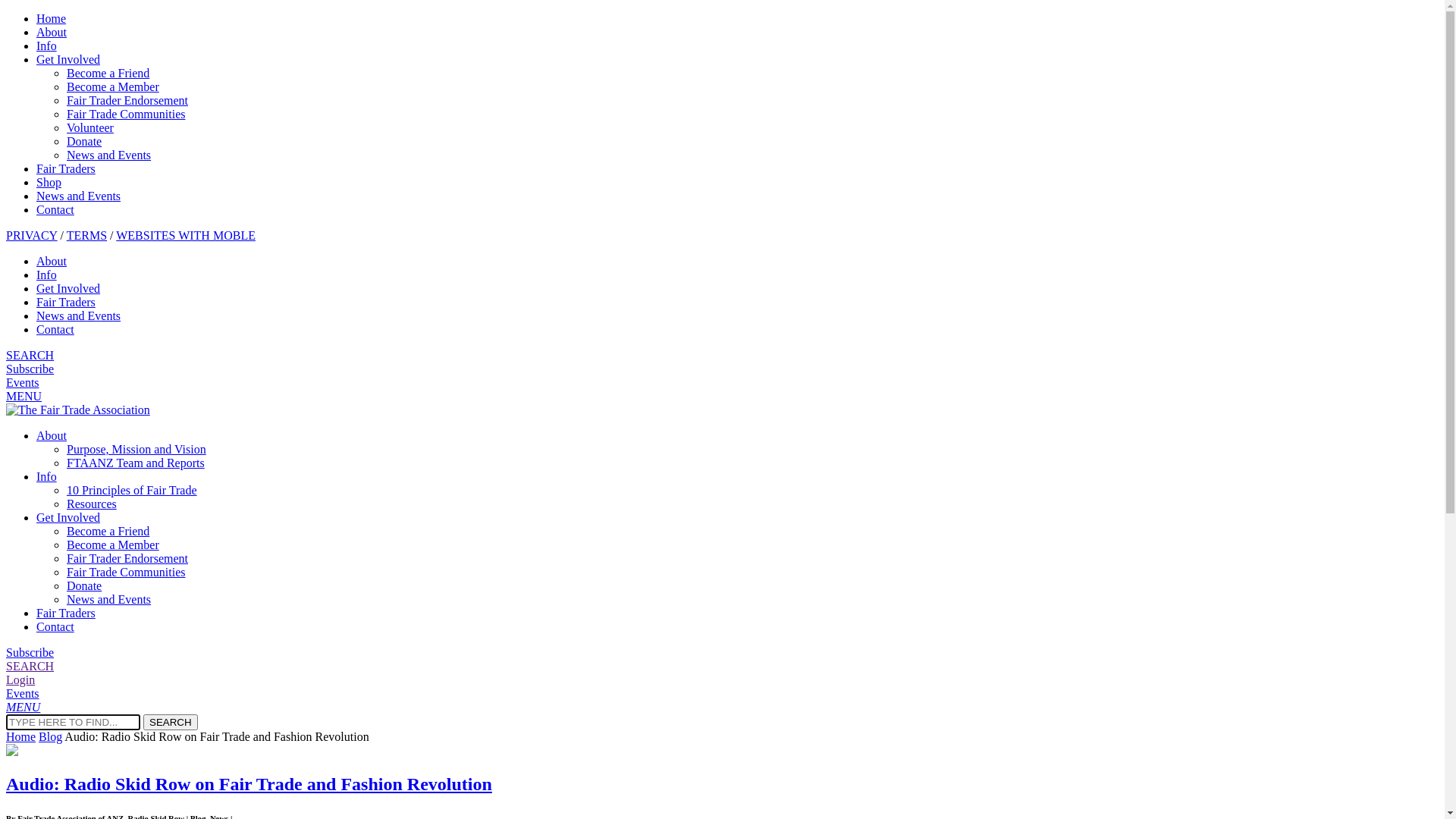 The height and width of the screenshot is (819, 1456). I want to click on 'Fair Trader Endorsement', so click(127, 100).